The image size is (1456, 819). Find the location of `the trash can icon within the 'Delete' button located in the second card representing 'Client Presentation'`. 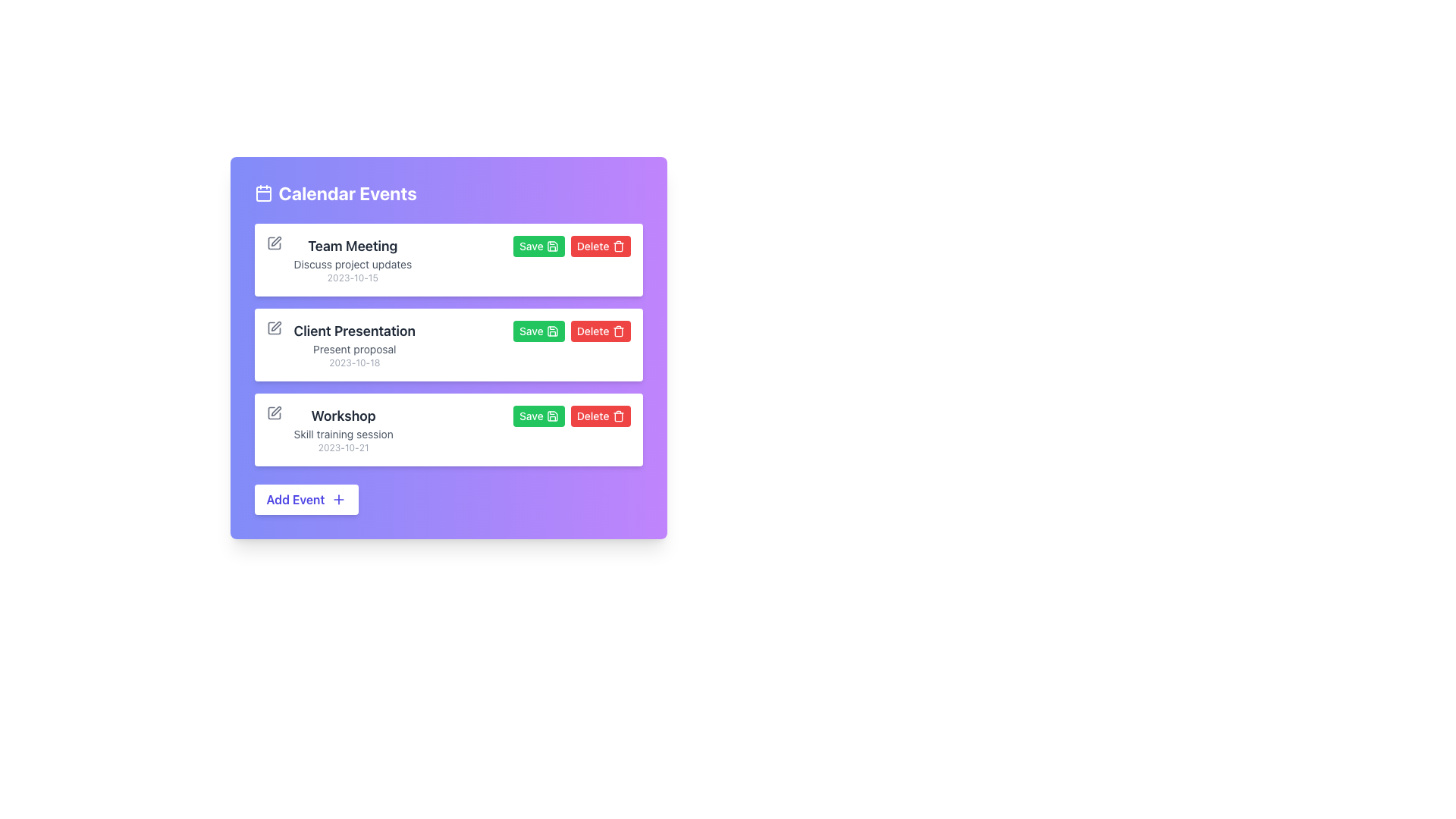

the trash can icon within the 'Delete' button located in the second card representing 'Client Presentation' is located at coordinates (618, 246).